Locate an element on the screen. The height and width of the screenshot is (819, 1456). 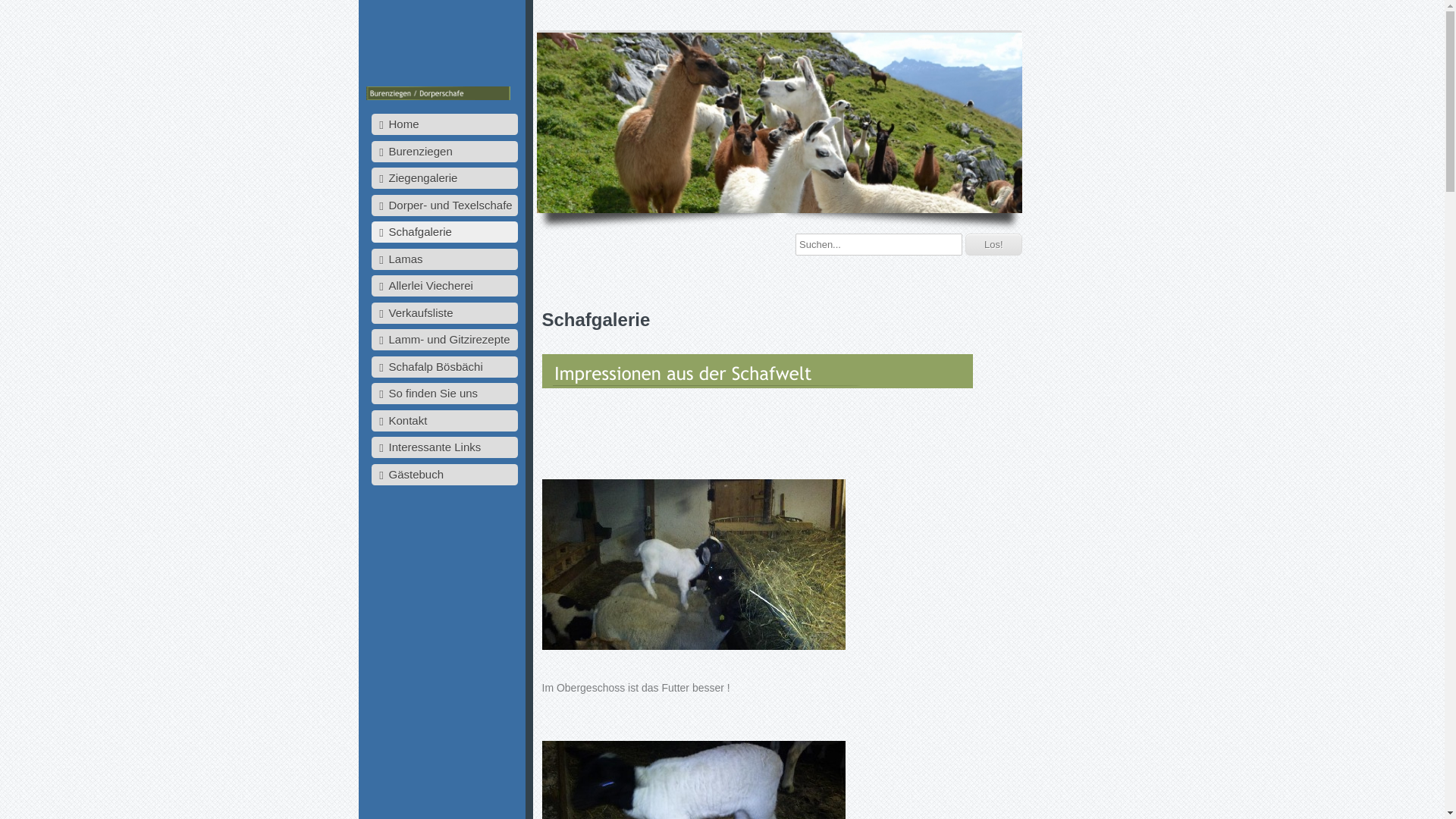
'Kontakt' is located at coordinates (444, 420).